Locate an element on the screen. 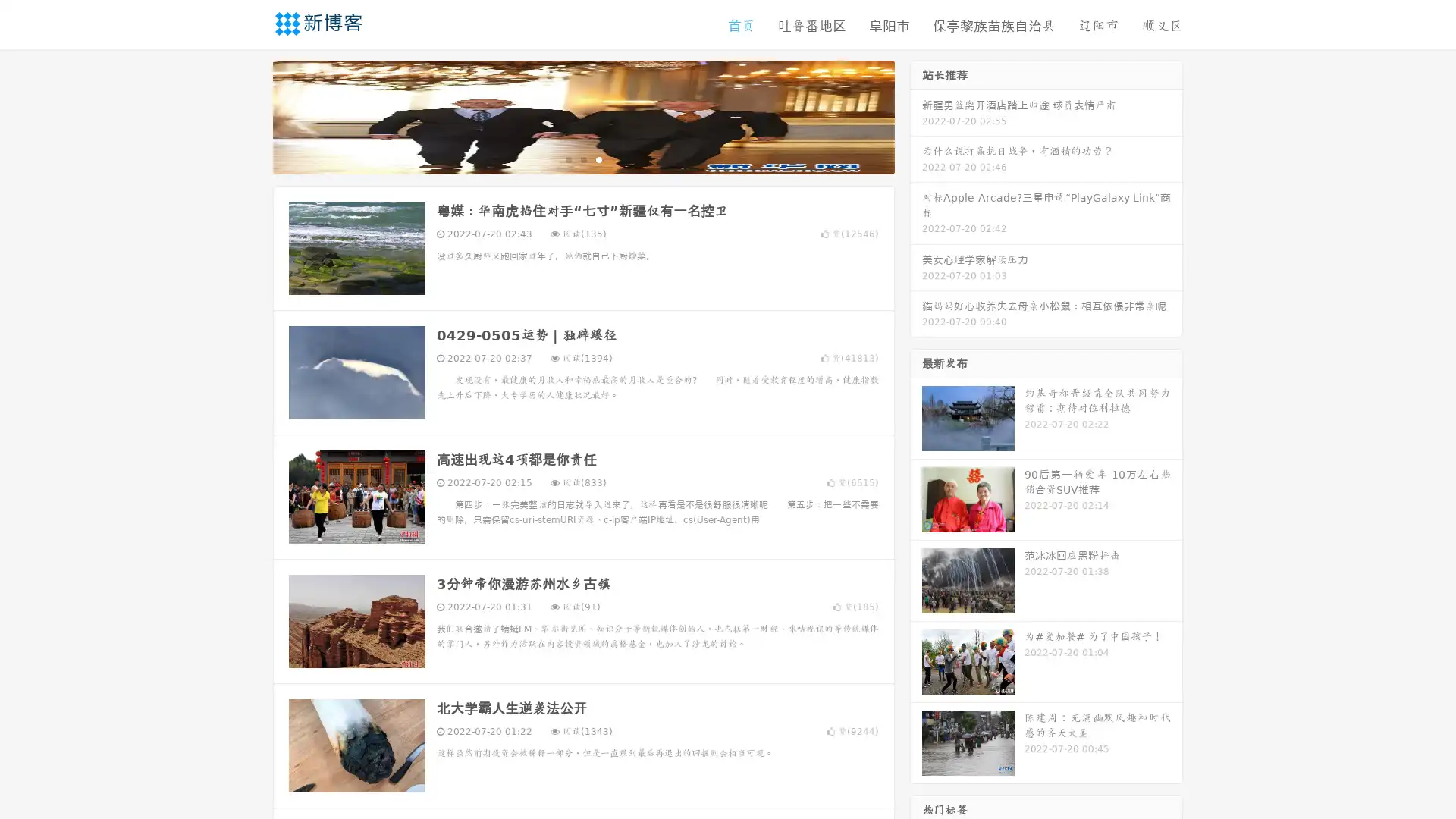  Go to slide 2 is located at coordinates (582, 171).